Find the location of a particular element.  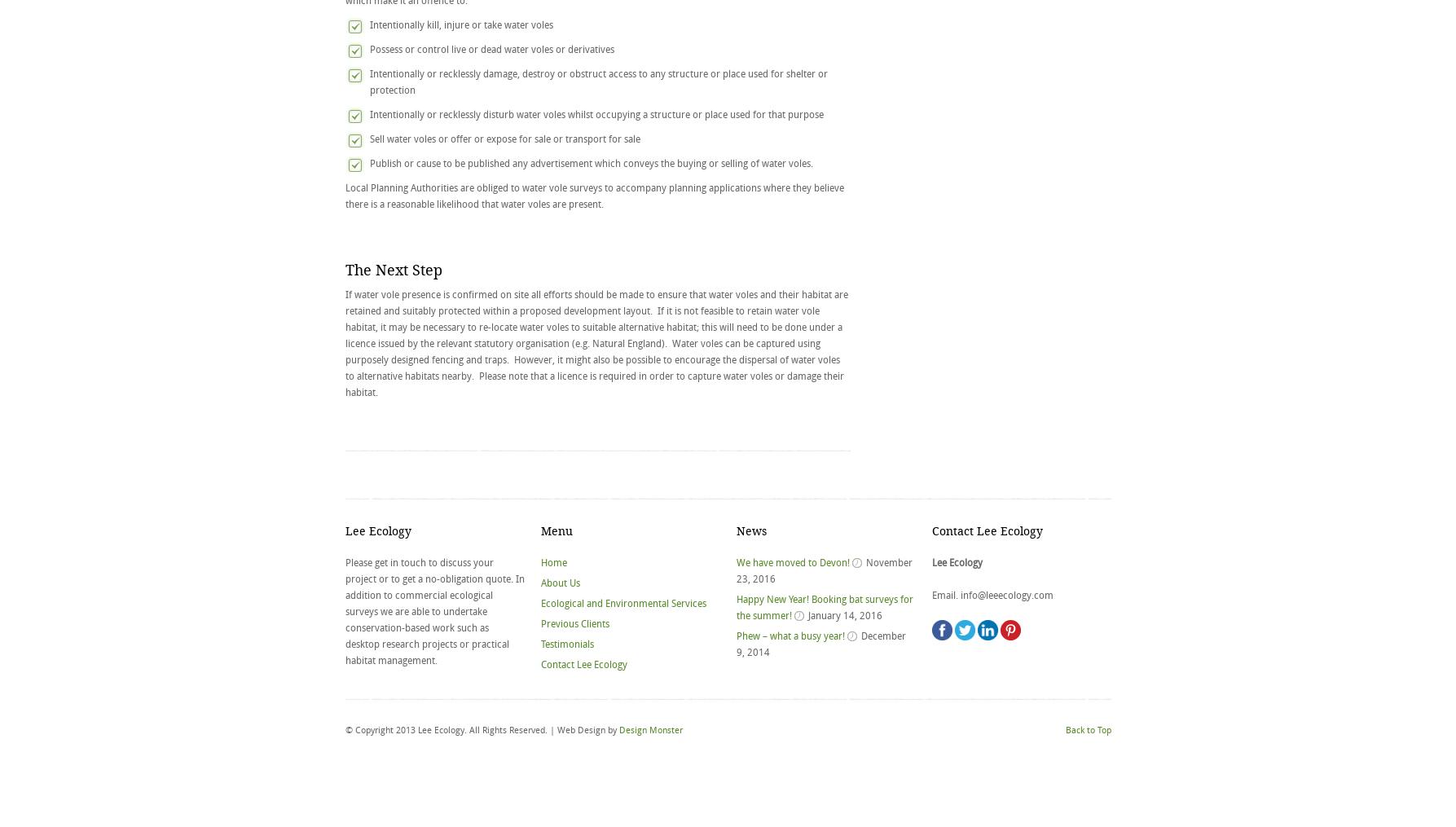

'Publish or cause to be published any advertisement which conveys the buying or selling of water voles.' is located at coordinates (590, 162).